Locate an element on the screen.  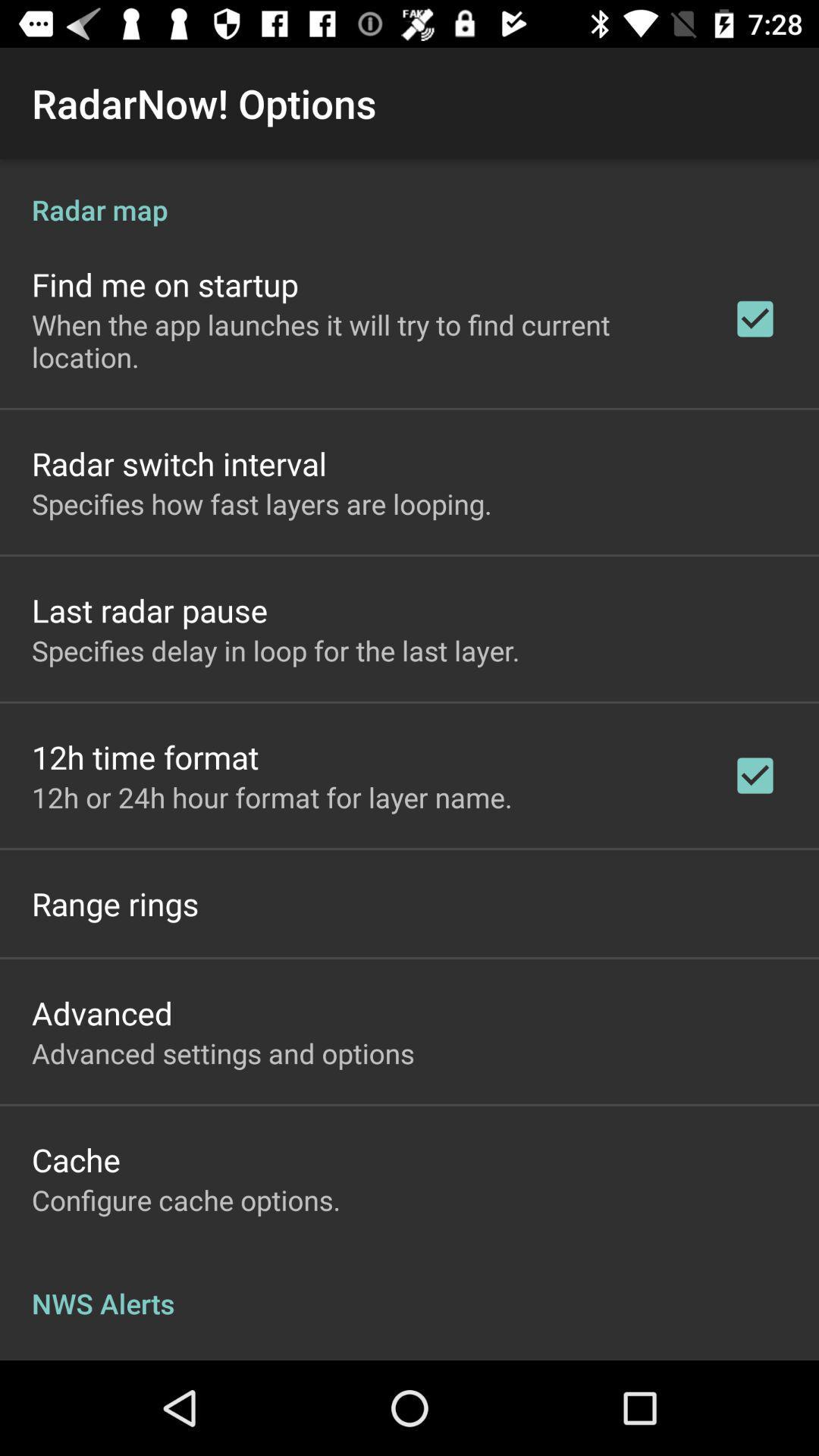
the item above specifies delay in app is located at coordinates (149, 610).